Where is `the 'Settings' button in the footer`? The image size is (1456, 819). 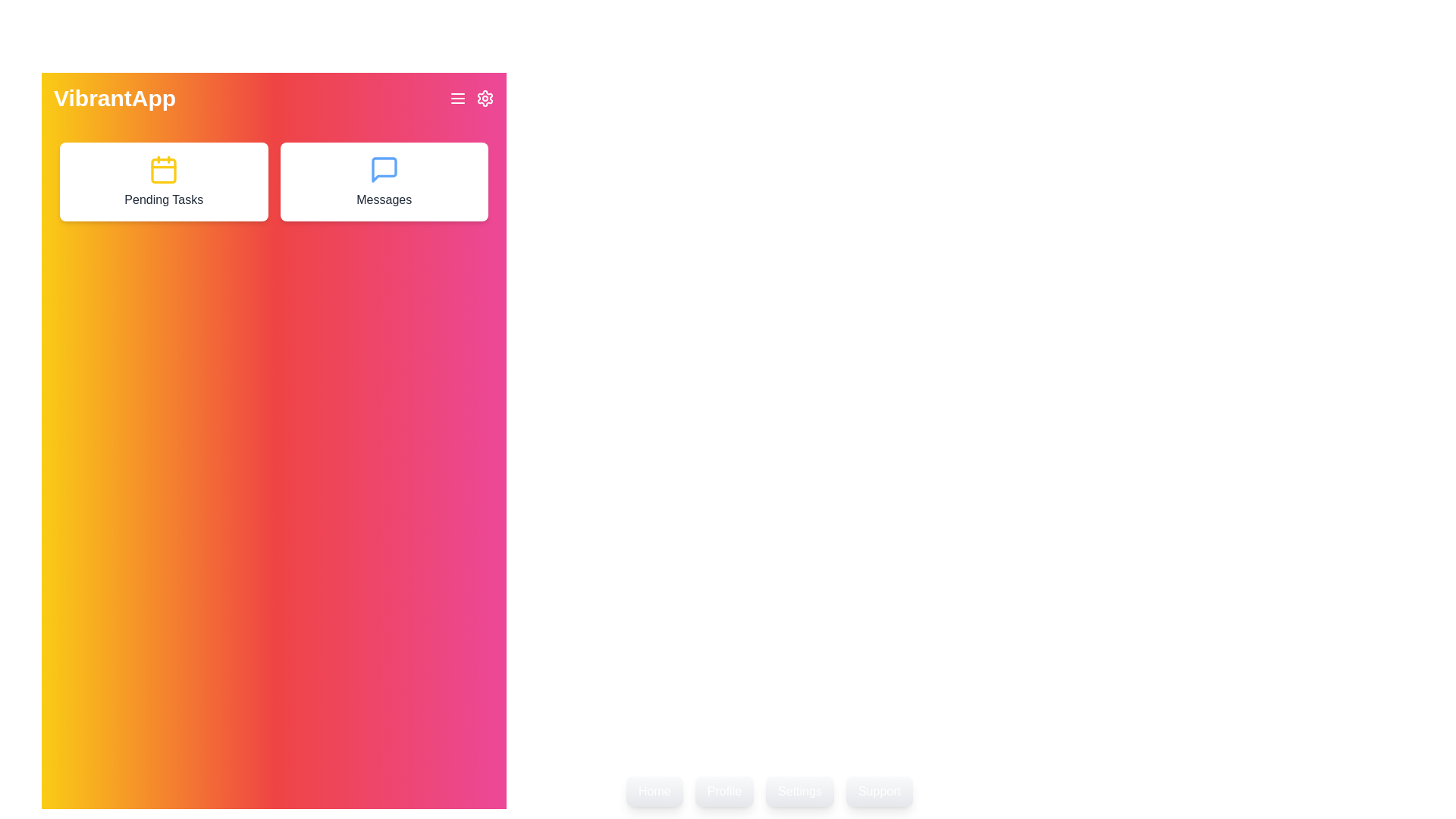 the 'Settings' button in the footer is located at coordinates (799, 791).